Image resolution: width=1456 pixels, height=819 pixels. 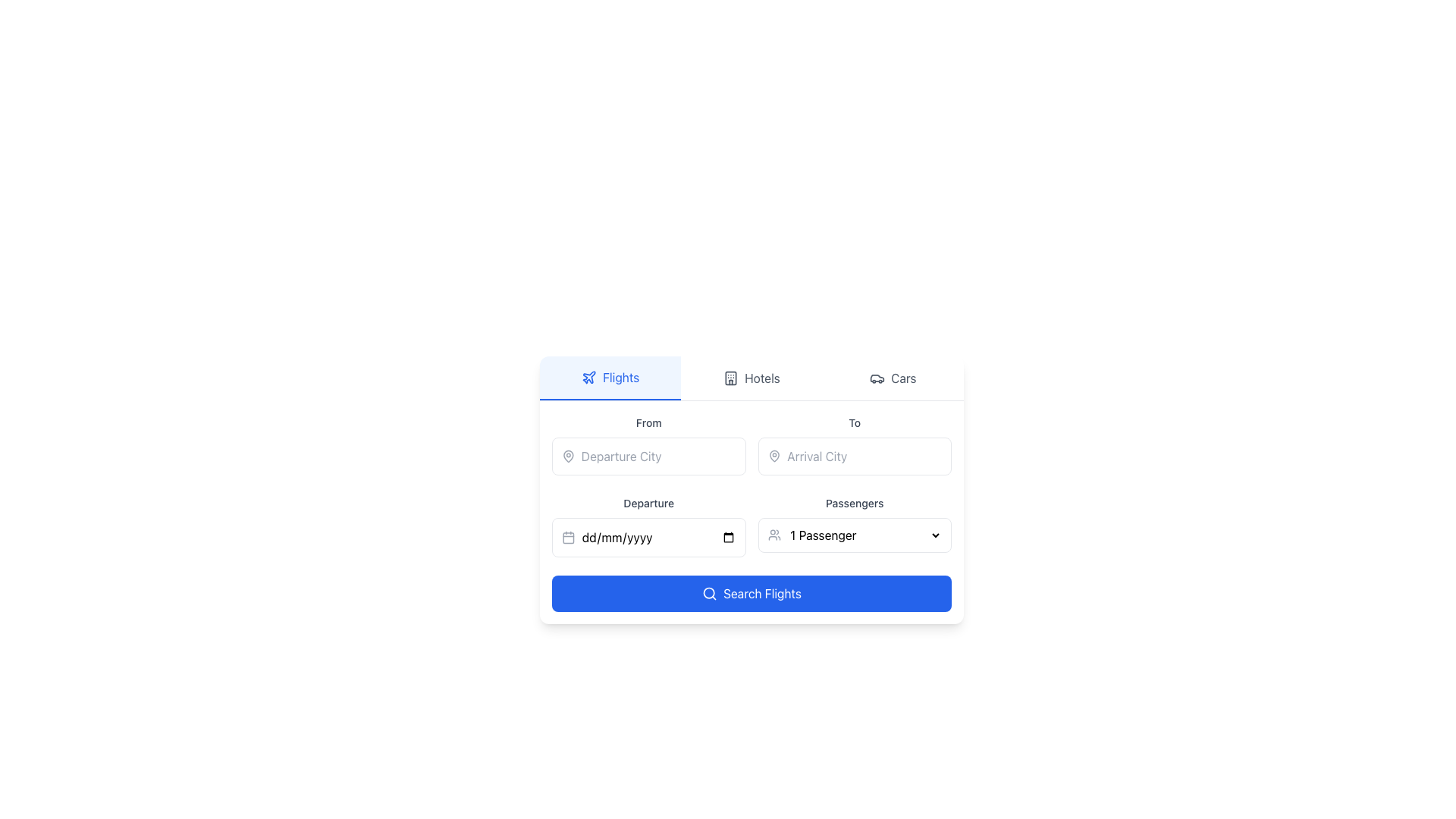 What do you see at coordinates (762, 377) in the screenshot?
I see `the 'Hotels' text label located centrally within the navigation bar, between 'Flights' and 'Cars'` at bounding box center [762, 377].